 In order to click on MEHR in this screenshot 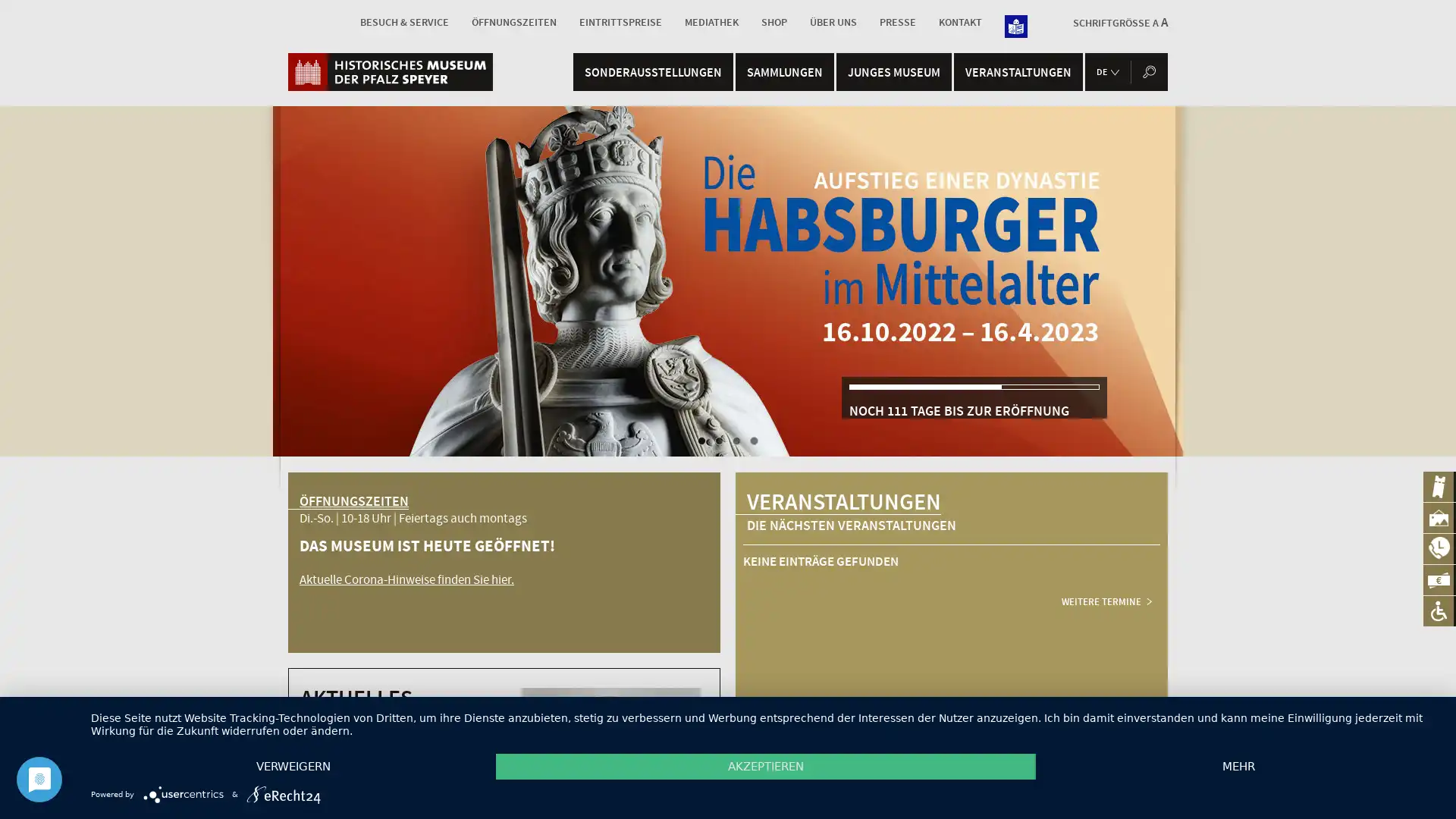, I will do `click(1238, 766)`.